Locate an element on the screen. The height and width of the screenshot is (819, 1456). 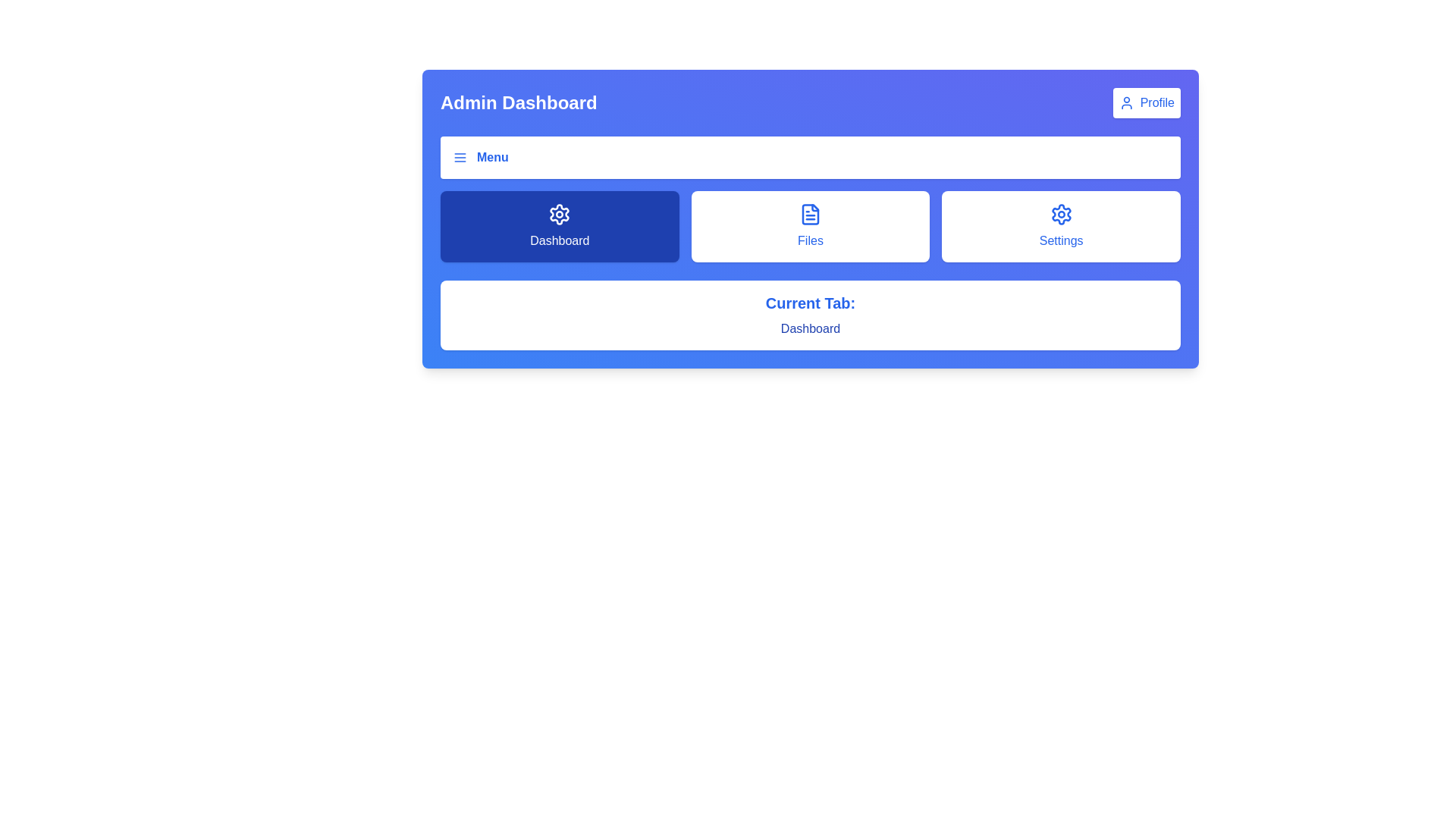
the 'Admin Dashboard' text label element, which is a bold label styled with a large font size located in the top-left quadrant of the interface is located at coordinates (519, 102).